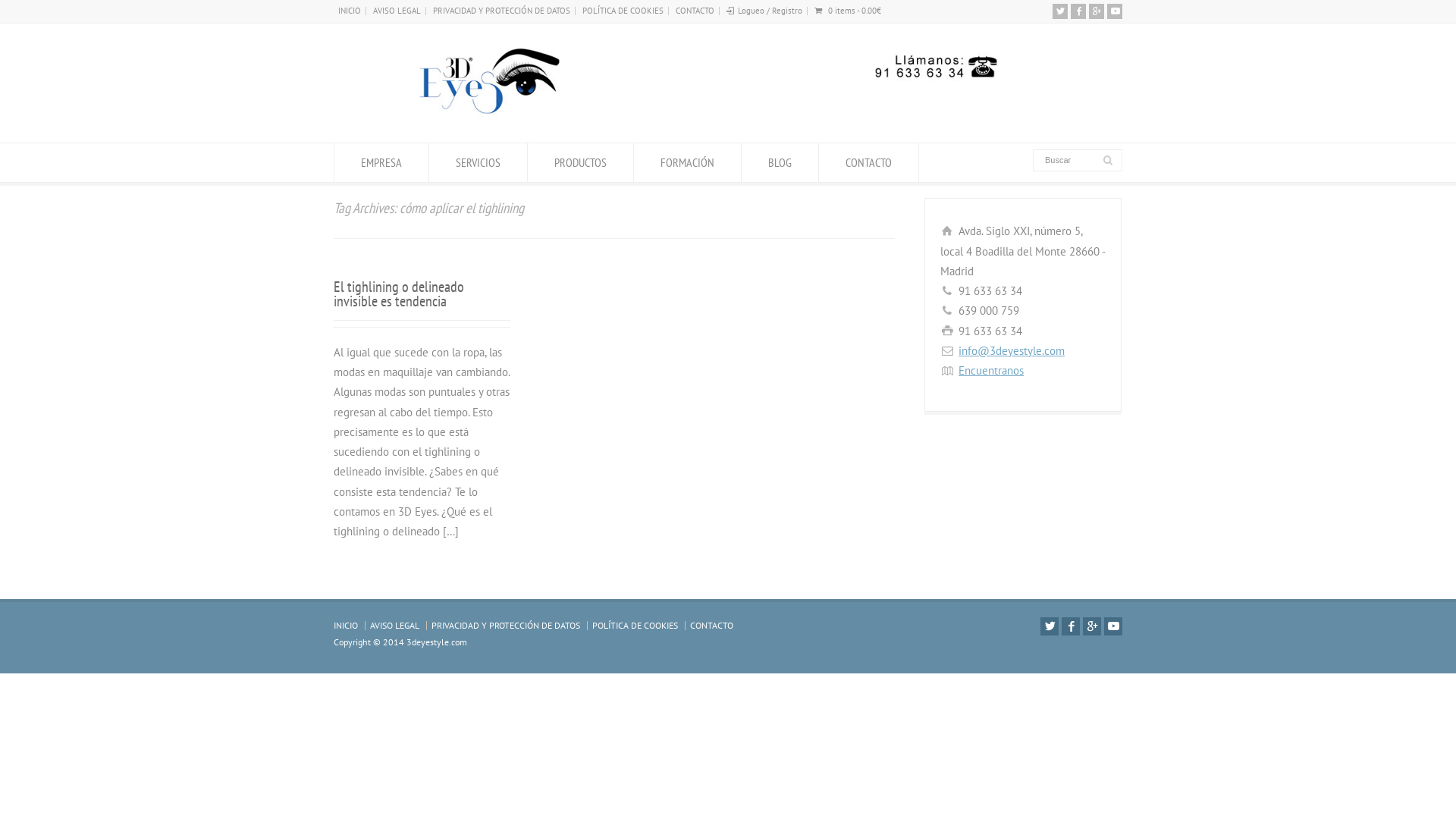 The width and height of the screenshot is (1456, 819). What do you see at coordinates (1069, 626) in the screenshot?
I see `'Facebook'` at bounding box center [1069, 626].